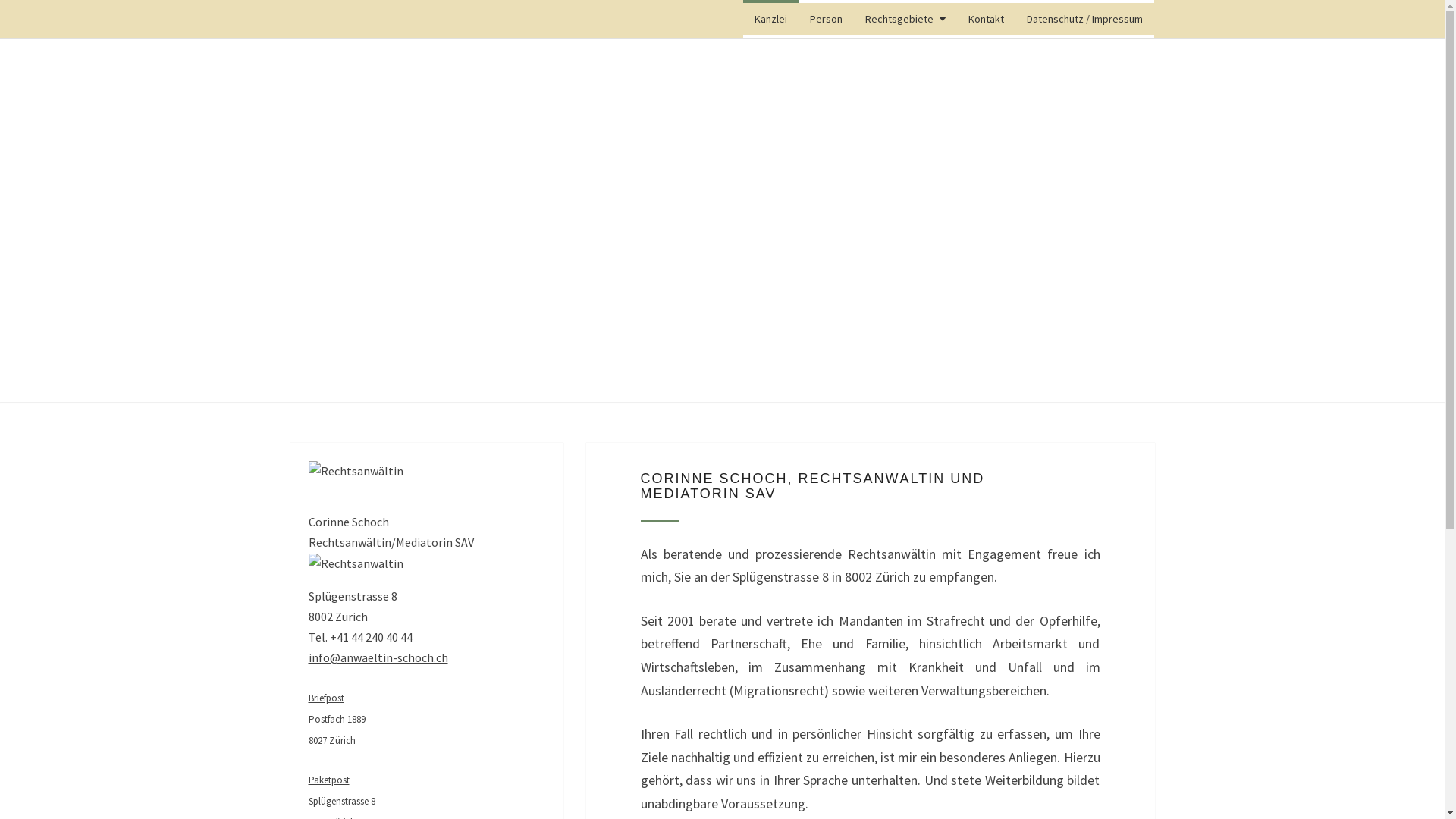  Describe the element at coordinates (986, 18) in the screenshot. I see `'Kontakt'` at that location.